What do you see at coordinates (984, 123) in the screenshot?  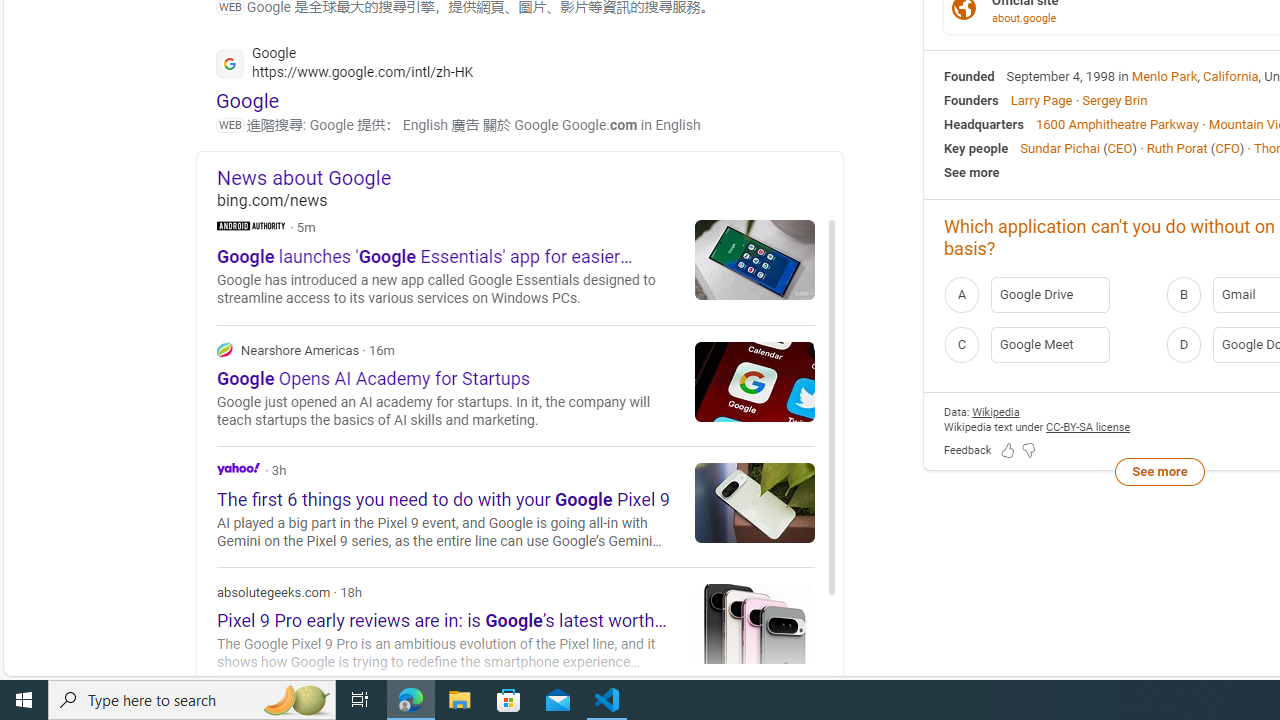 I see `'Headquarters'` at bounding box center [984, 123].